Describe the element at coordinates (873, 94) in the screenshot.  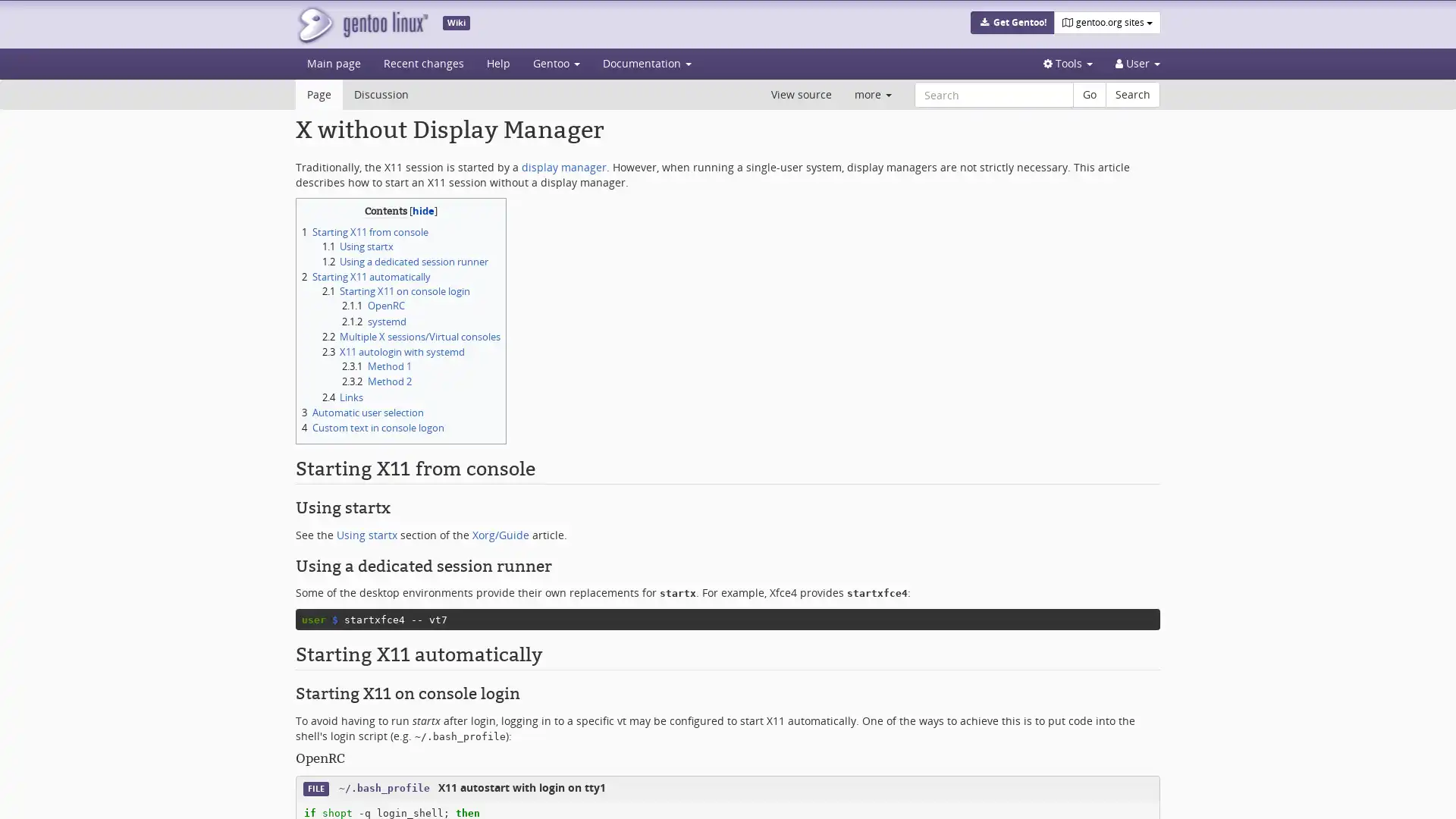
I see `more` at that location.